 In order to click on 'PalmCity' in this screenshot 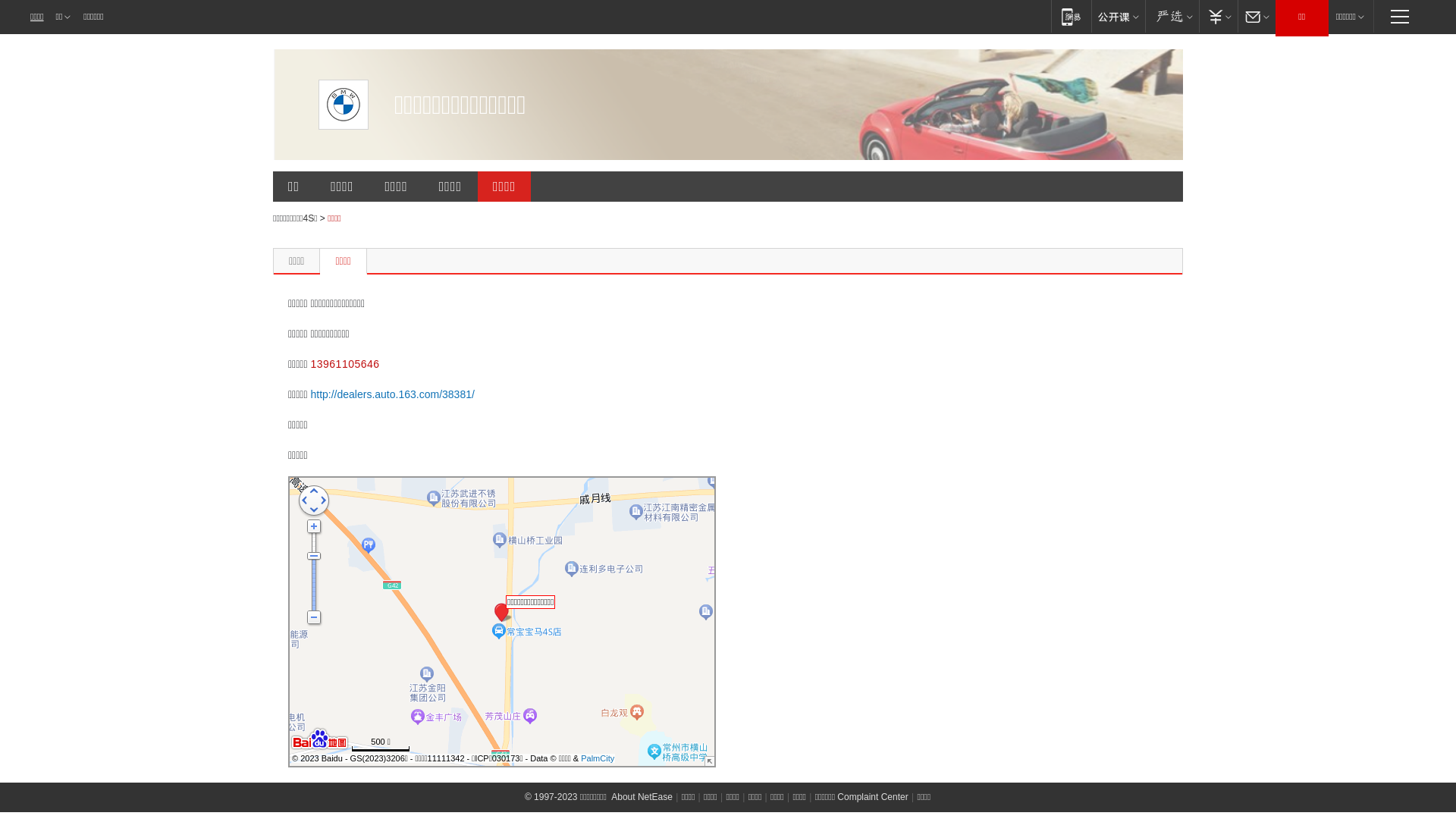, I will do `click(596, 758)`.